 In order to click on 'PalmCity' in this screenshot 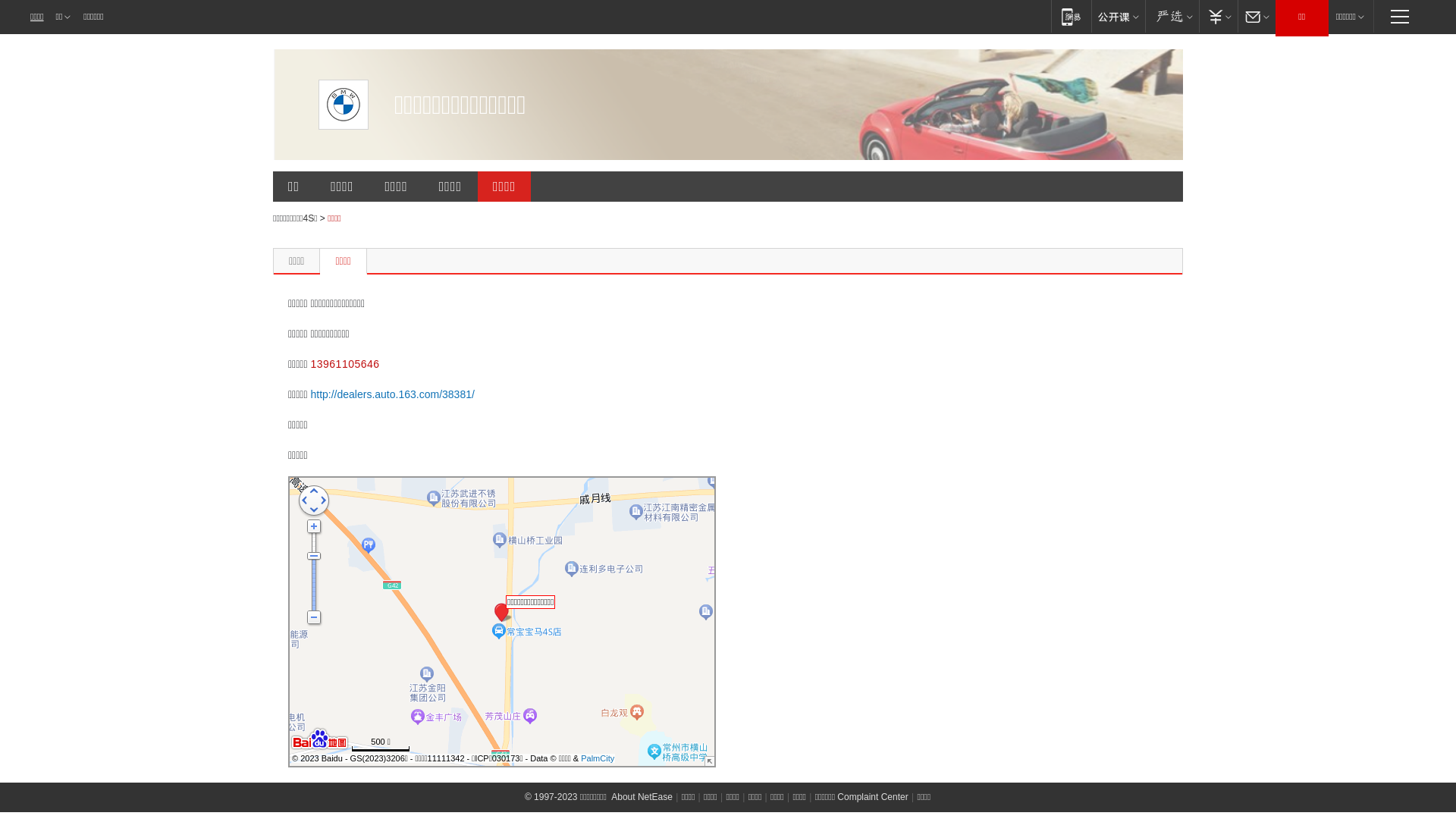, I will do `click(596, 758)`.